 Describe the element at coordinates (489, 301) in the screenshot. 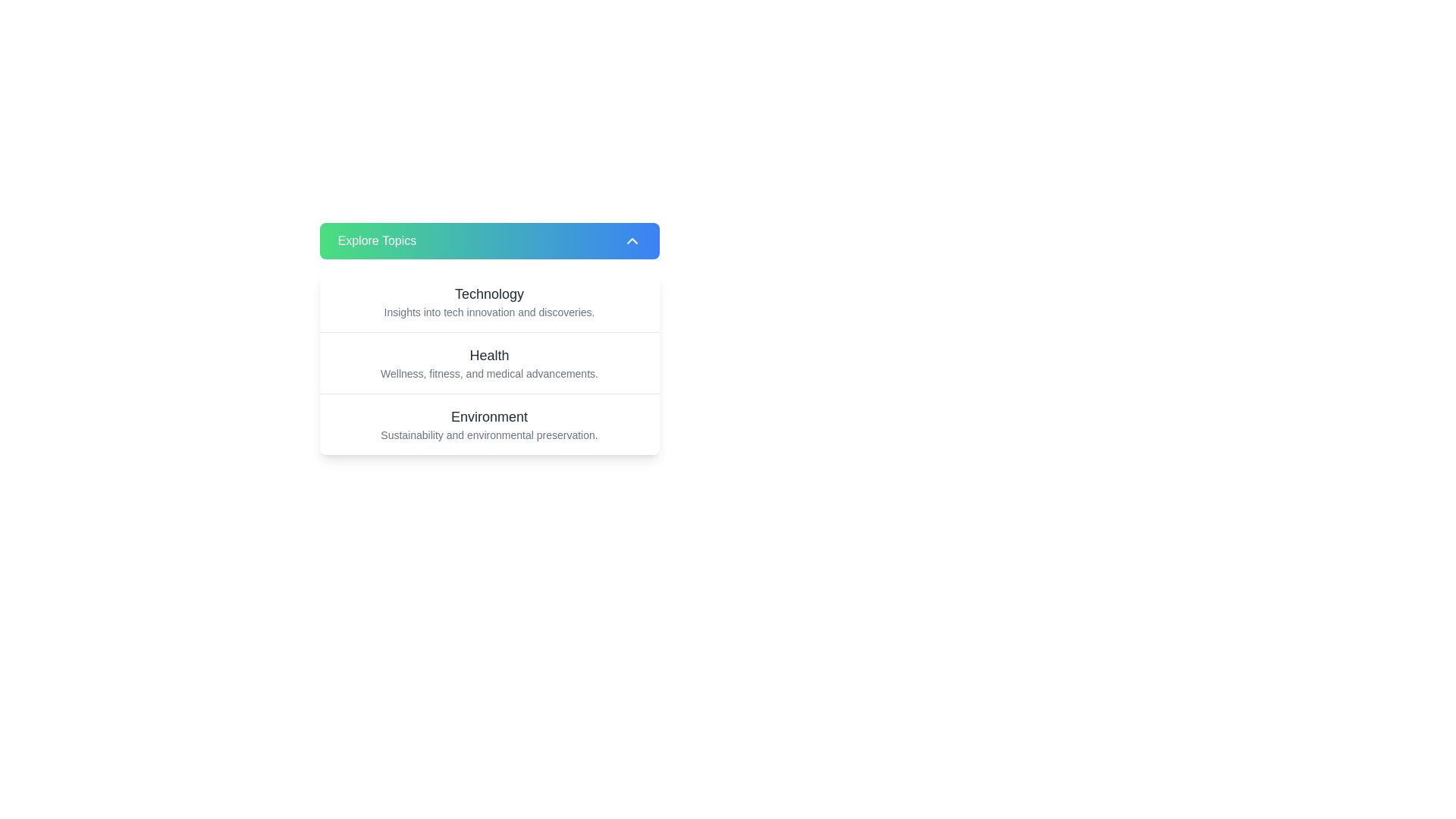

I see `the first list item labeled 'Technology' under the 'Explore Topics' header` at that location.